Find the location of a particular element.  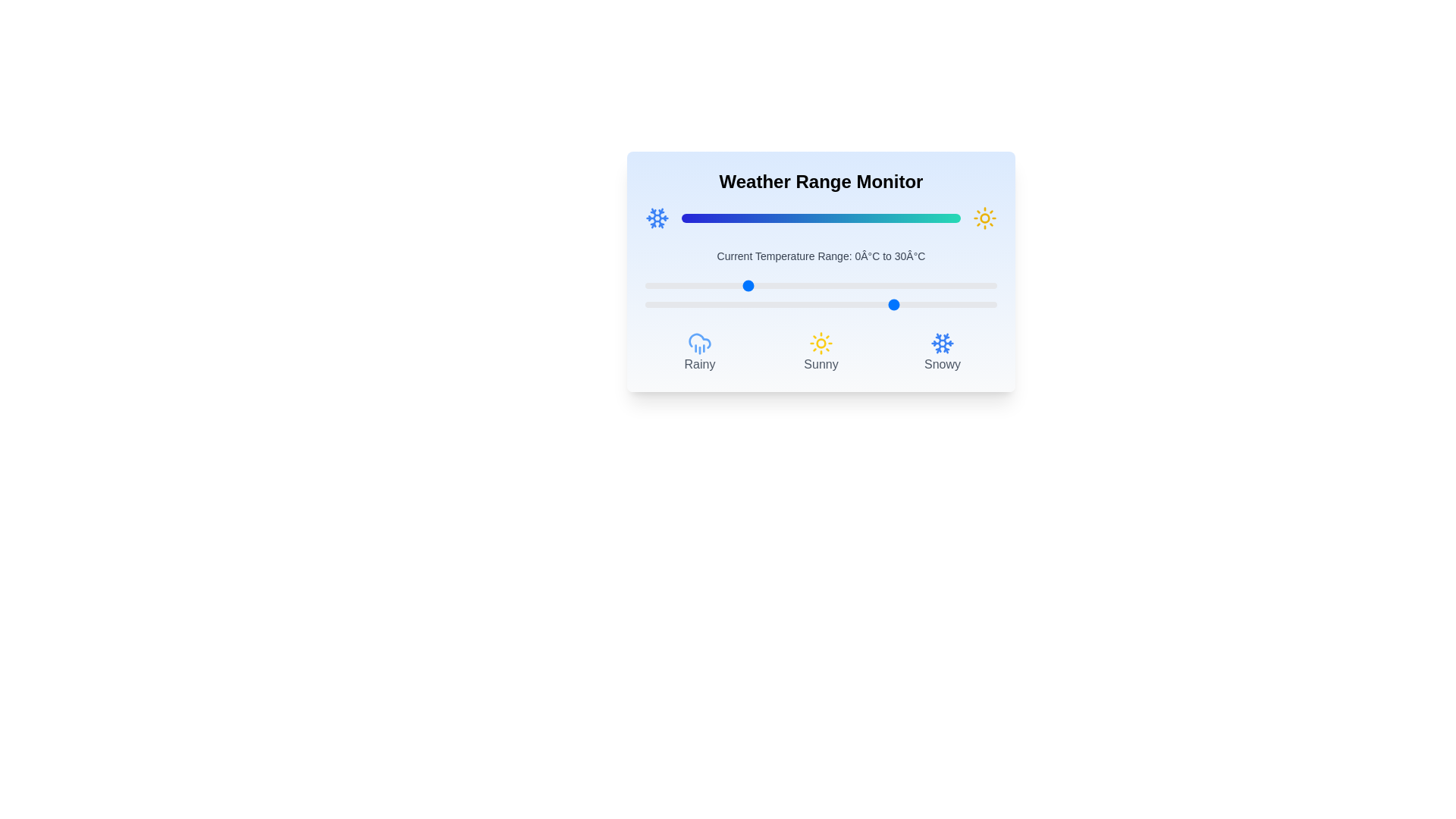

the 'Rainy' weather icon located at the bottom-left of the interface, which serves as an indicator for rainy weather is located at coordinates (698, 340).